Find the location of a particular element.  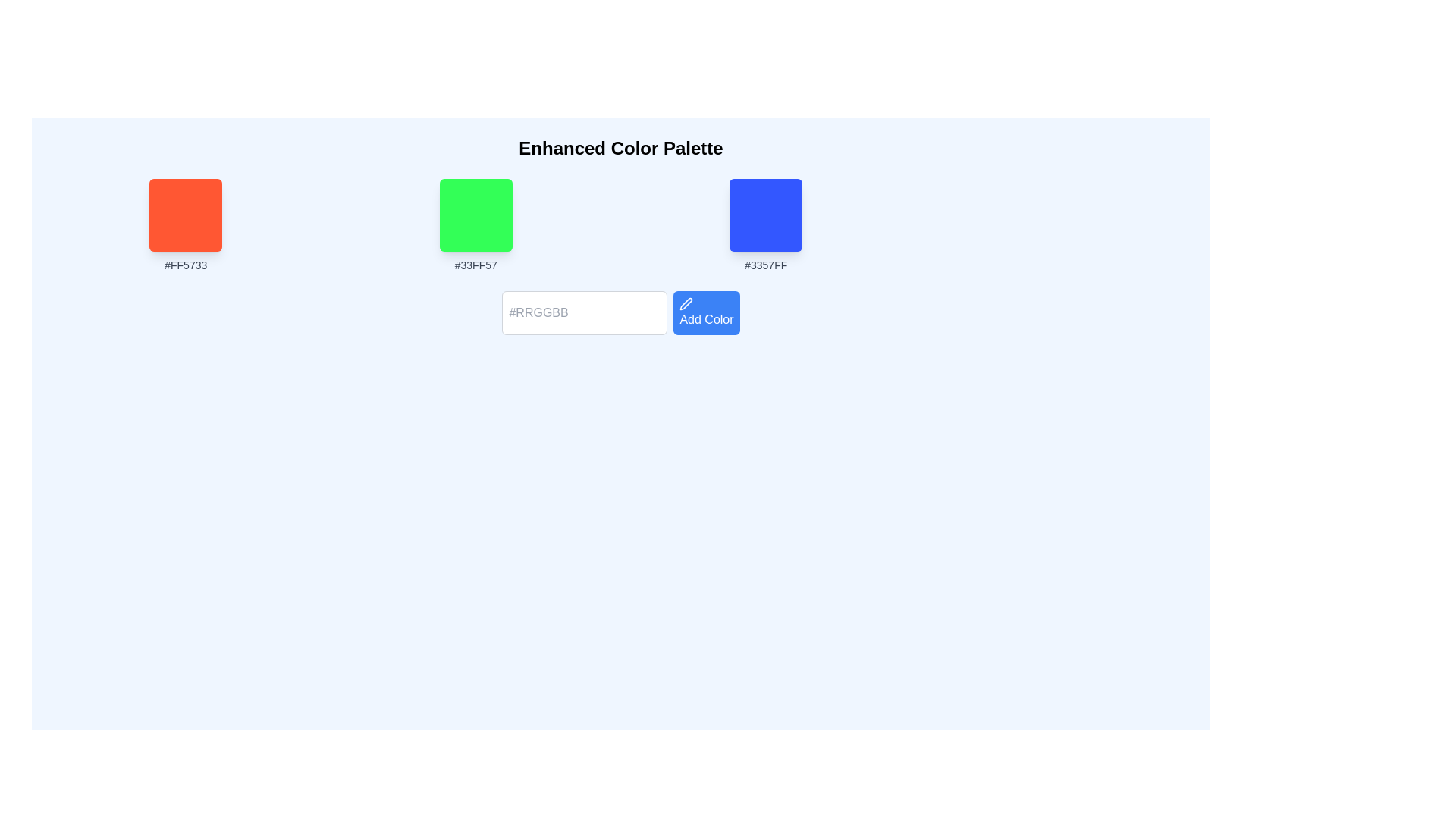

the green color swatch element (#33FF57) located in the color palette interface is located at coordinates (475, 215).